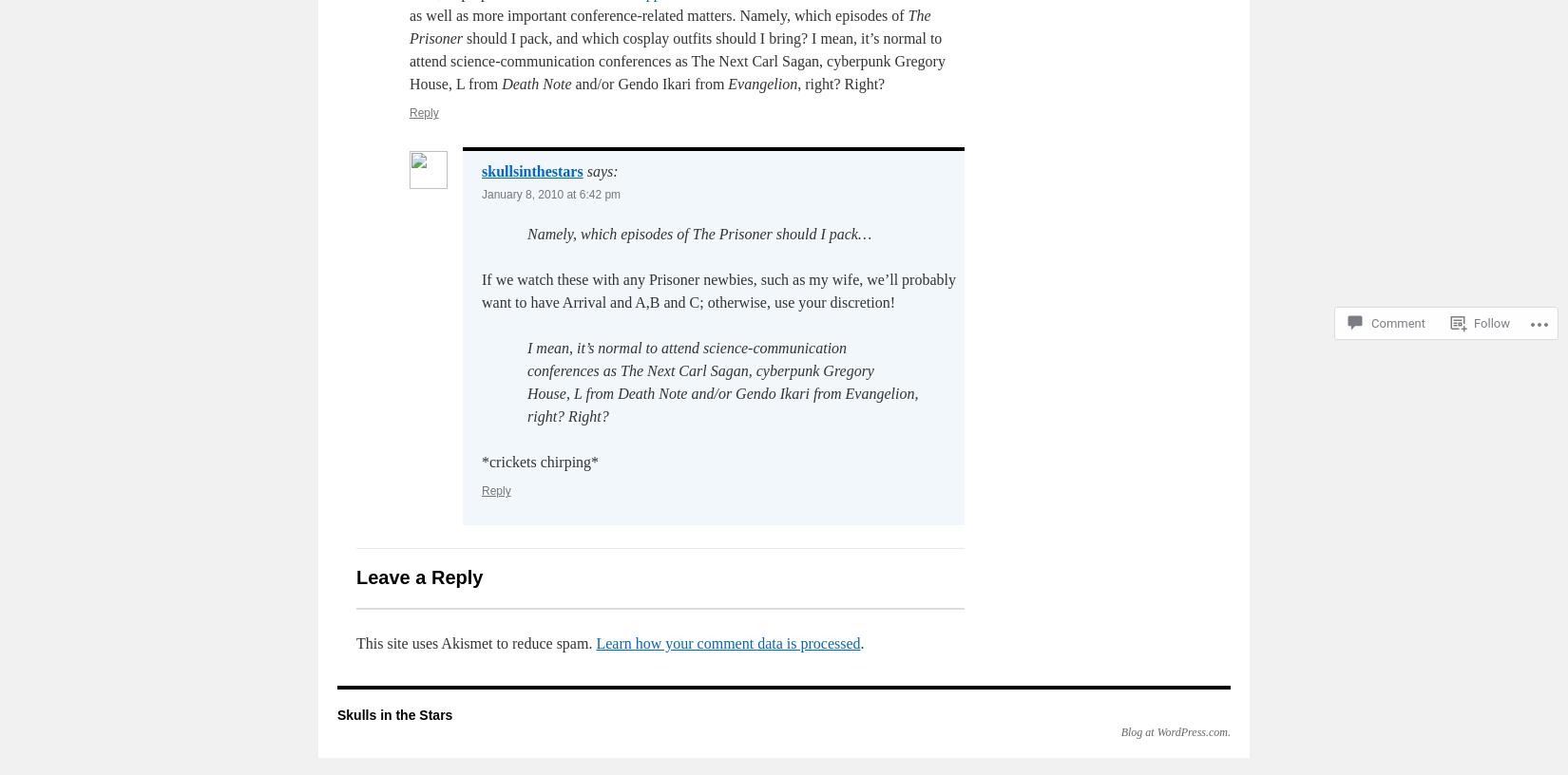 The image size is (1568, 775). Describe the element at coordinates (474, 642) in the screenshot. I see `'This site uses Akismet to reduce spam.'` at that location.